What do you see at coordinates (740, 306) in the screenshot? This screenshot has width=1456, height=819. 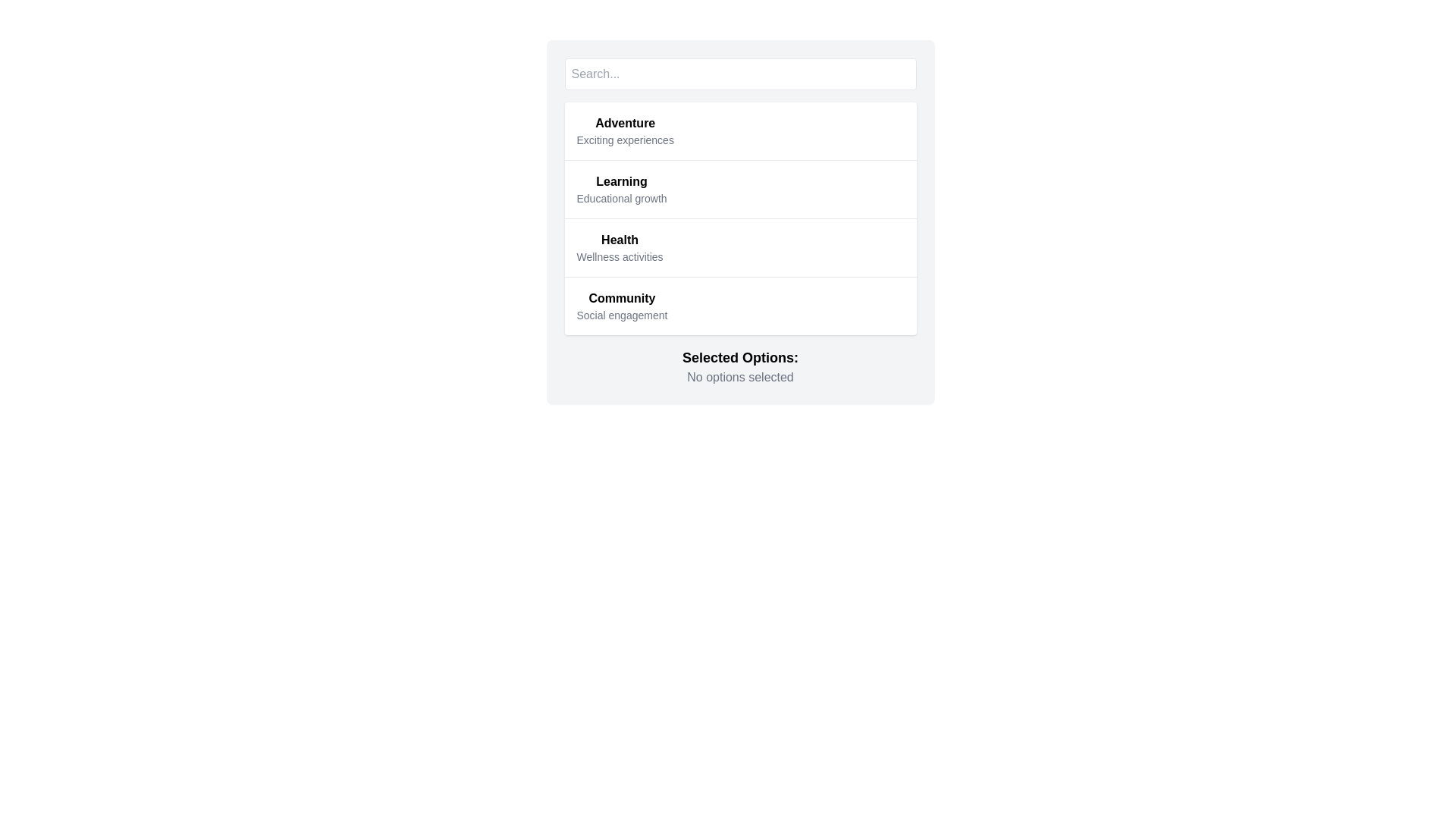 I see `the selectable list item labeled 'Community' with a grayed out second line 'Social engagement'` at bounding box center [740, 306].